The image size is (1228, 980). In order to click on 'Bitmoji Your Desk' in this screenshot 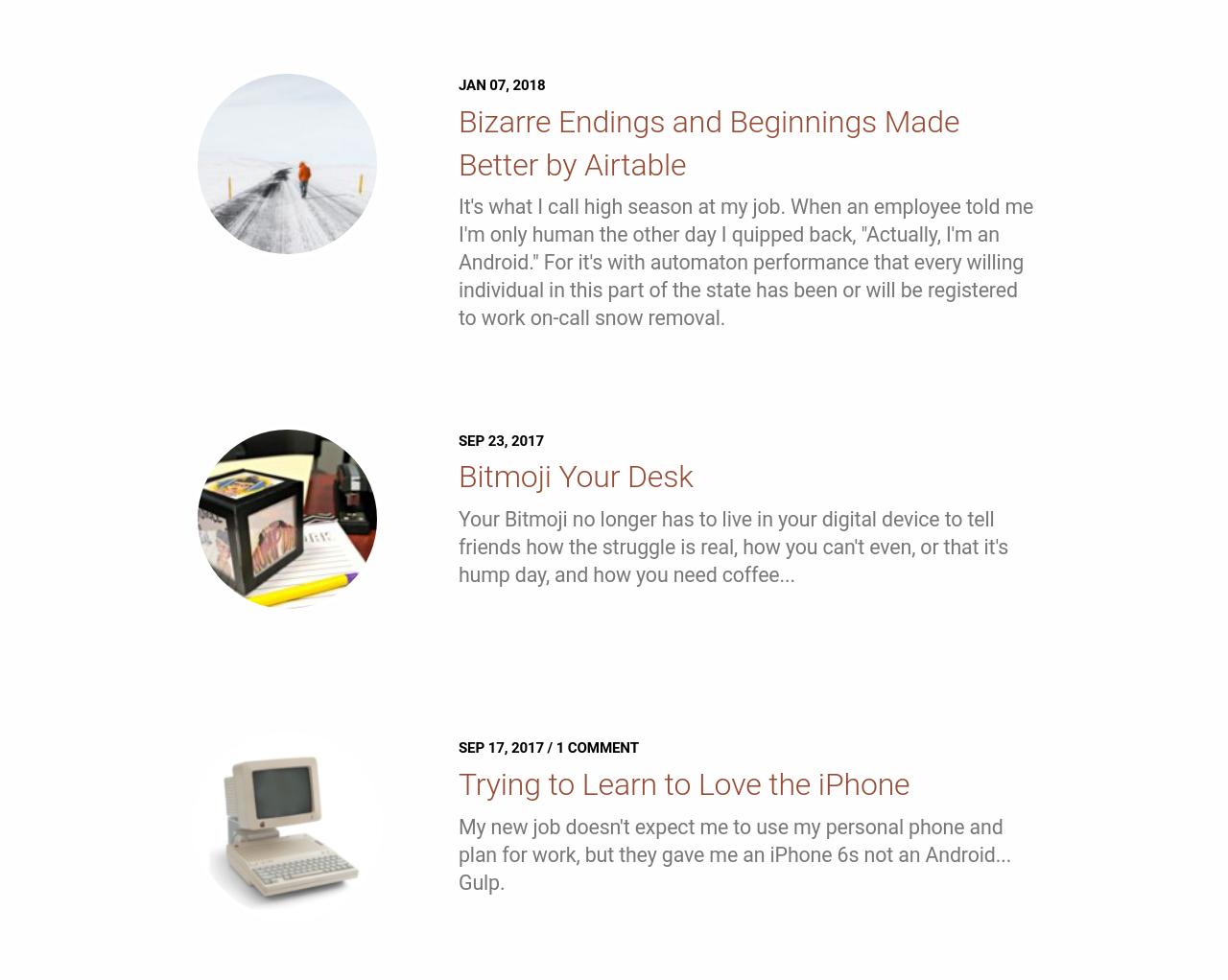, I will do `click(574, 476)`.